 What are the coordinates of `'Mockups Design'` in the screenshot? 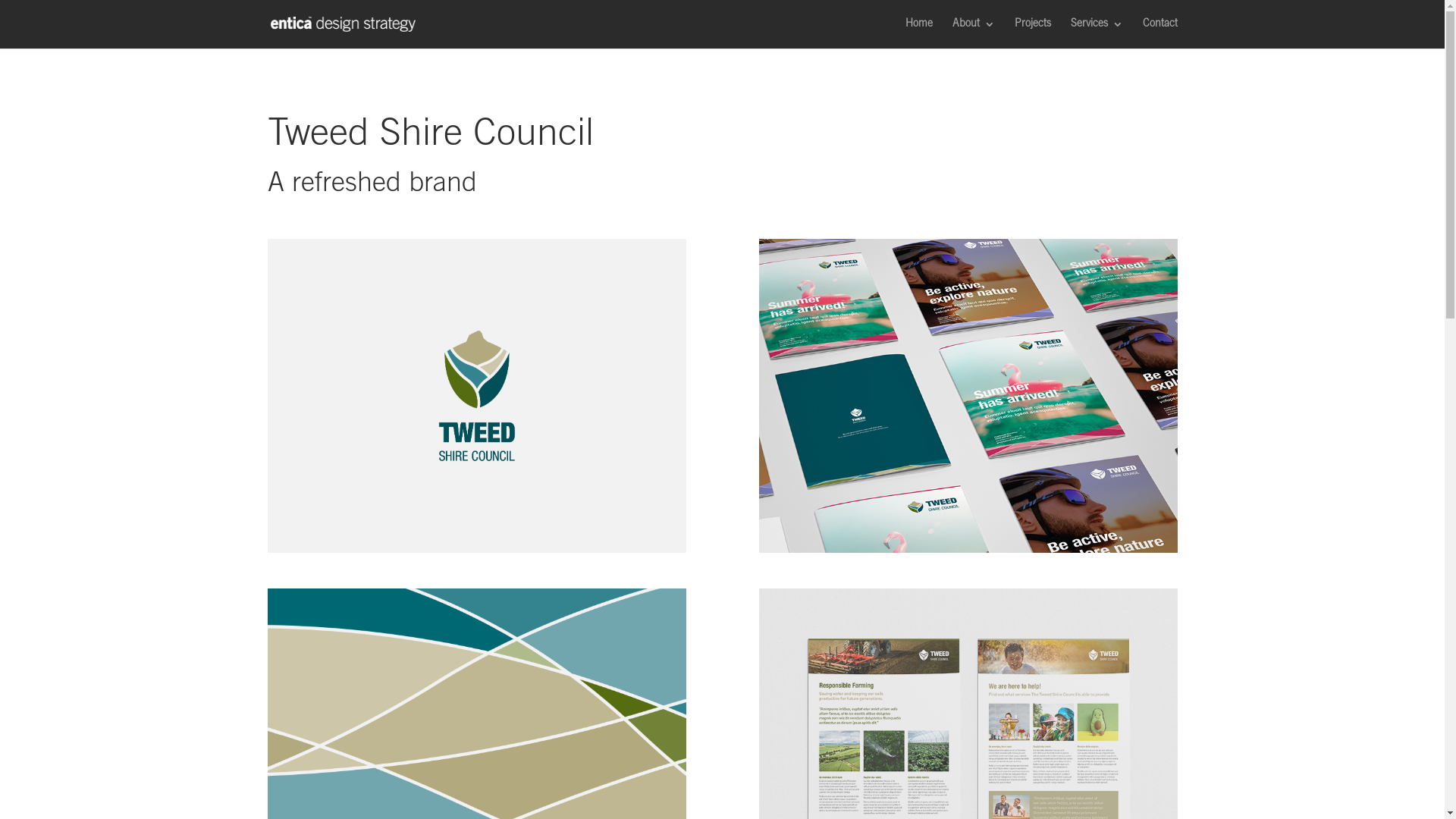 It's located at (967, 394).